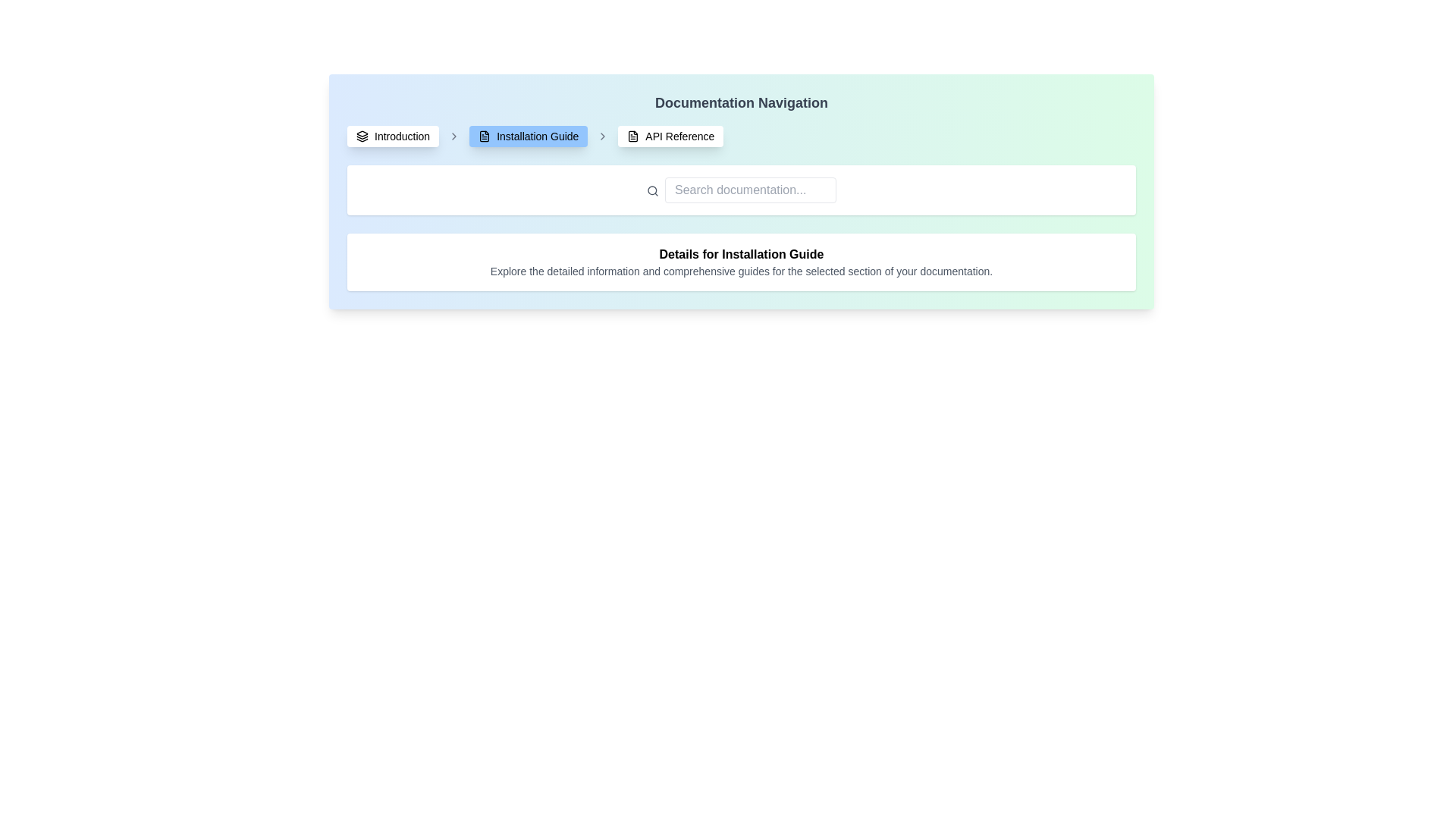 The width and height of the screenshot is (1456, 819). What do you see at coordinates (742, 271) in the screenshot?
I see `the descriptive text element styled with a small font size and gray color, located below the bolded title 'Details for Installation Guide' within a white card` at bounding box center [742, 271].